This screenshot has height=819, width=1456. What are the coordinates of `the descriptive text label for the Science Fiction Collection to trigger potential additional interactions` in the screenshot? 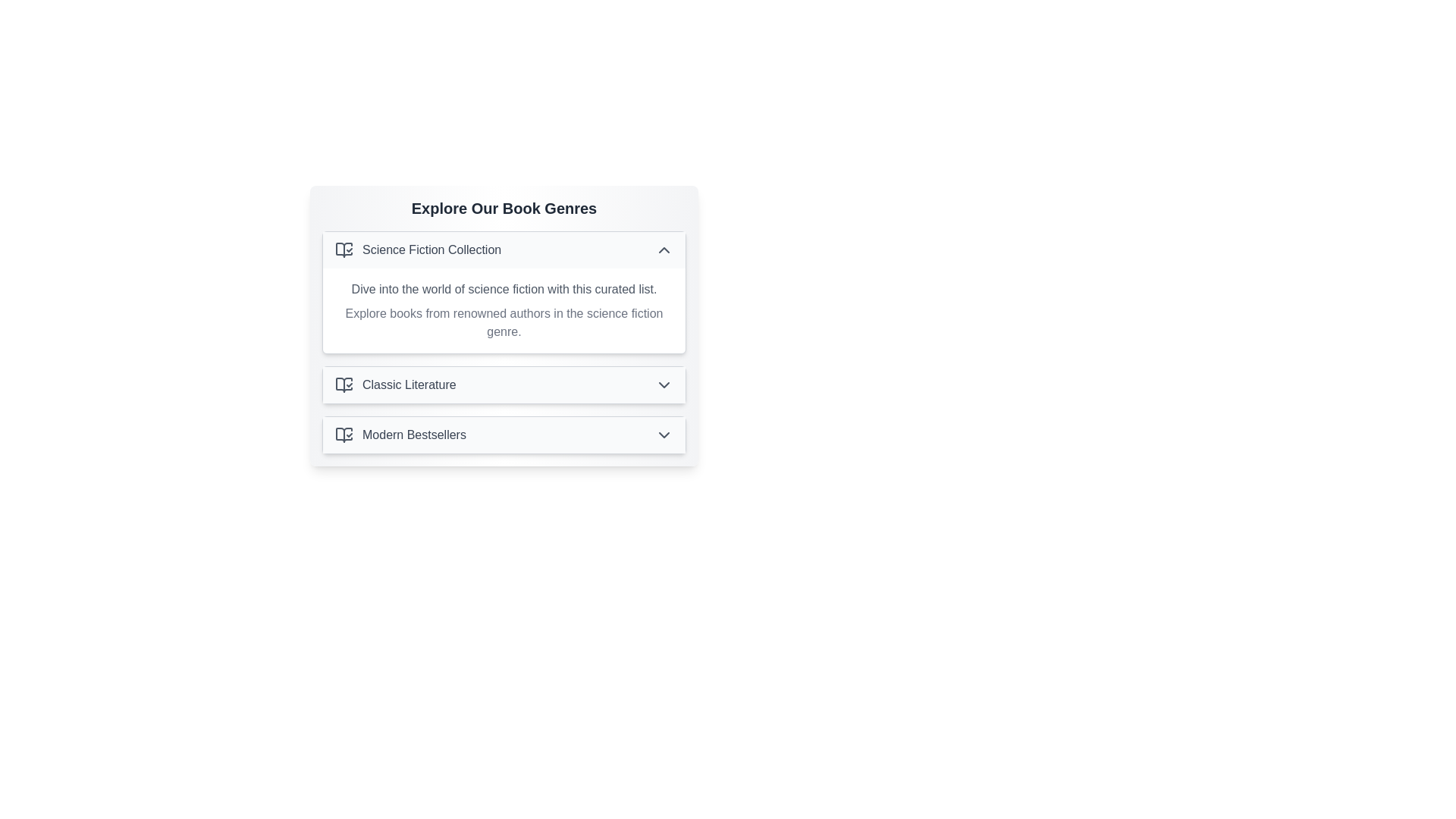 It's located at (504, 289).